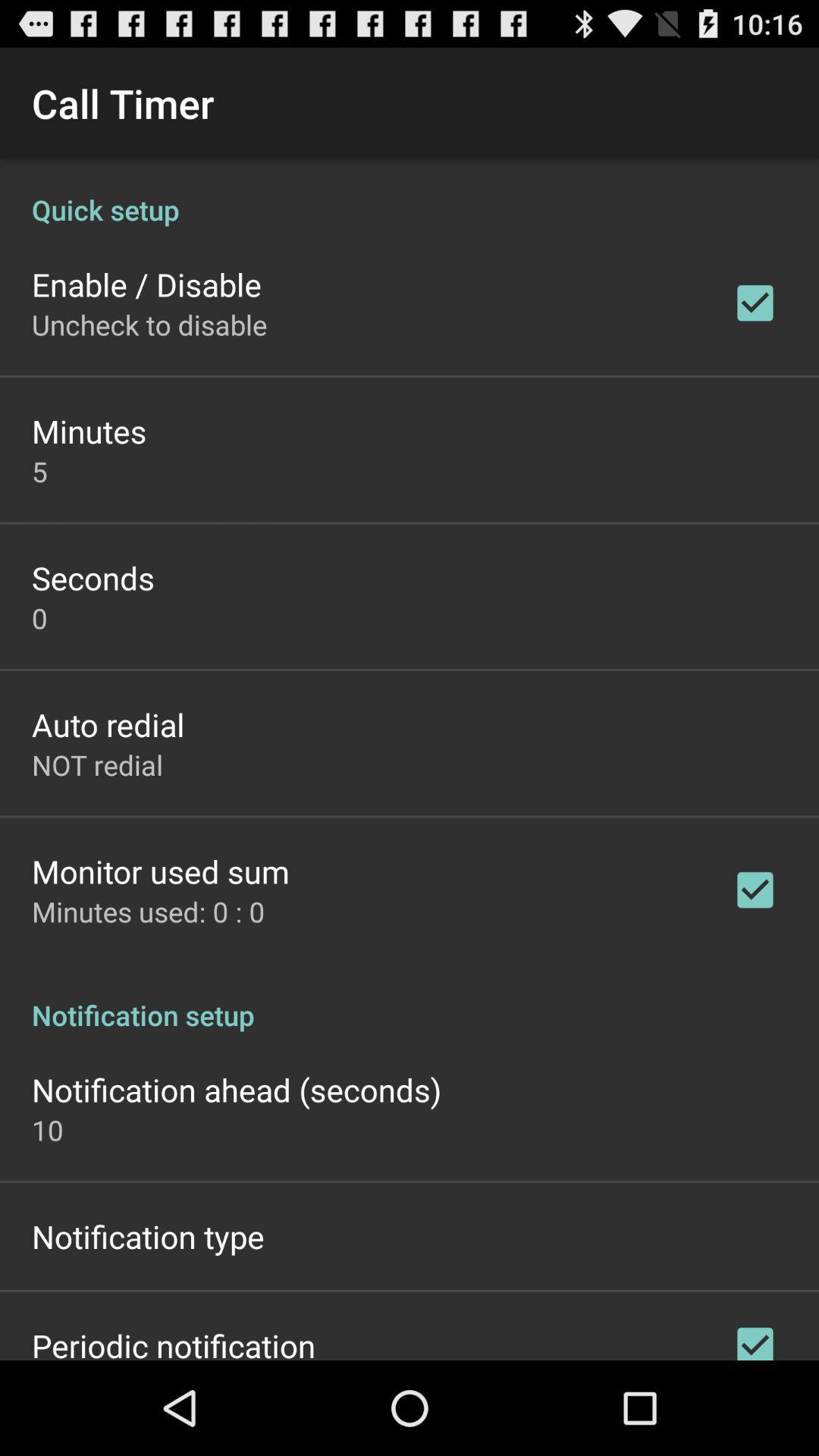 The width and height of the screenshot is (819, 1456). What do you see at coordinates (107, 723) in the screenshot?
I see `app above not redial` at bounding box center [107, 723].